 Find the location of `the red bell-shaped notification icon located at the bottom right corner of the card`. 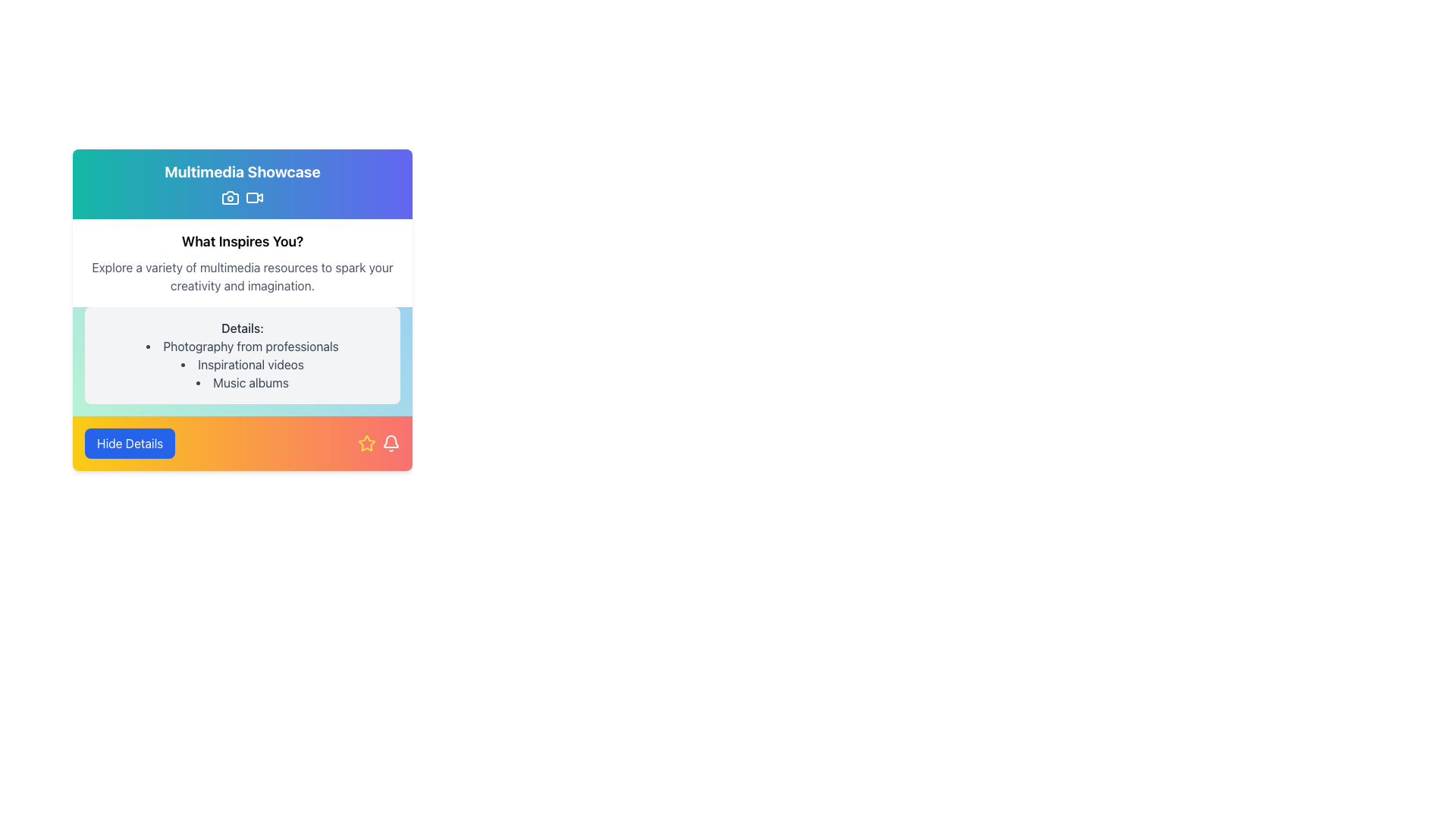

the red bell-shaped notification icon located at the bottom right corner of the card is located at coordinates (391, 444).